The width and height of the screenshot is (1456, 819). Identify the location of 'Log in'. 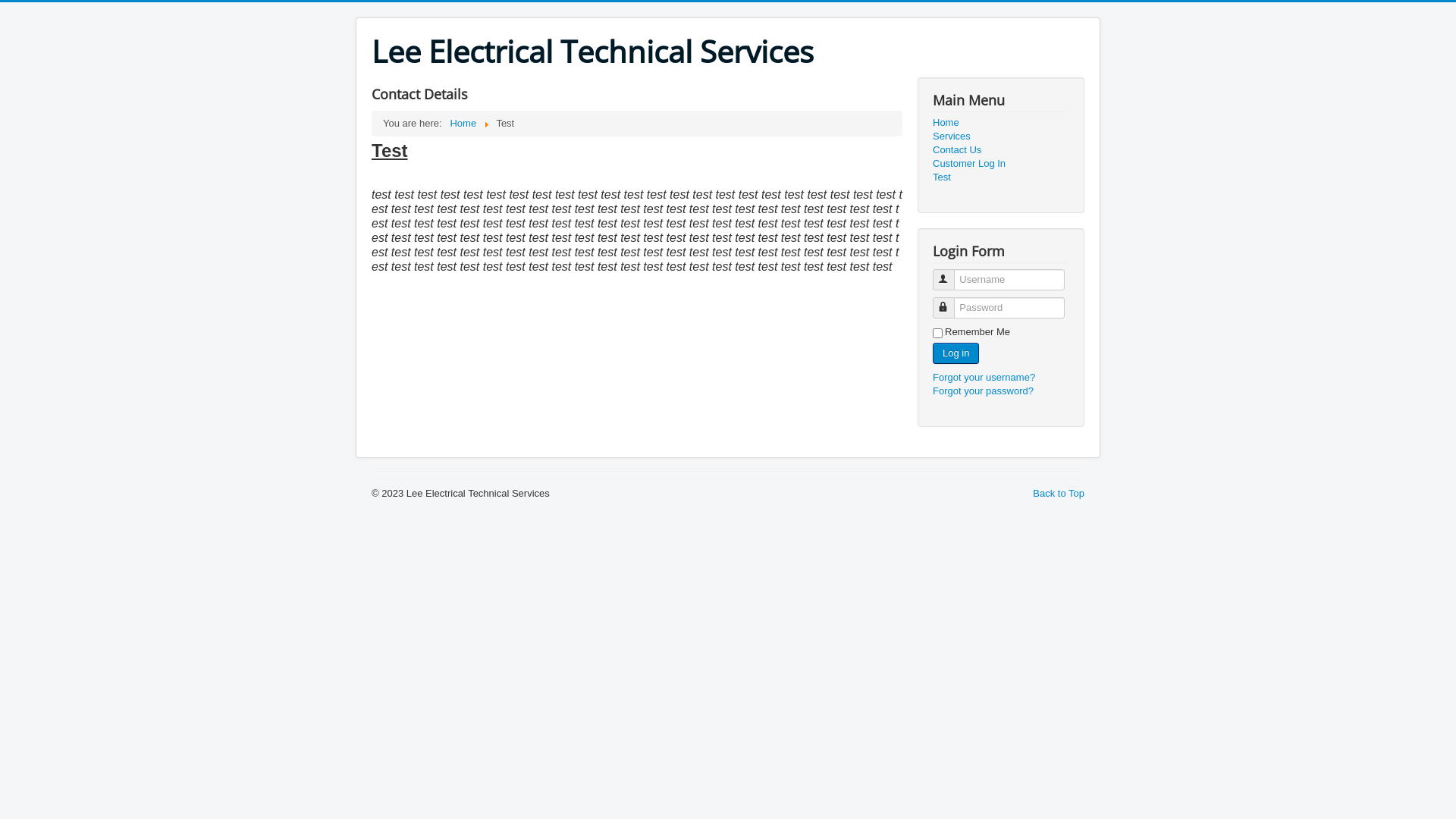
(955, 353).